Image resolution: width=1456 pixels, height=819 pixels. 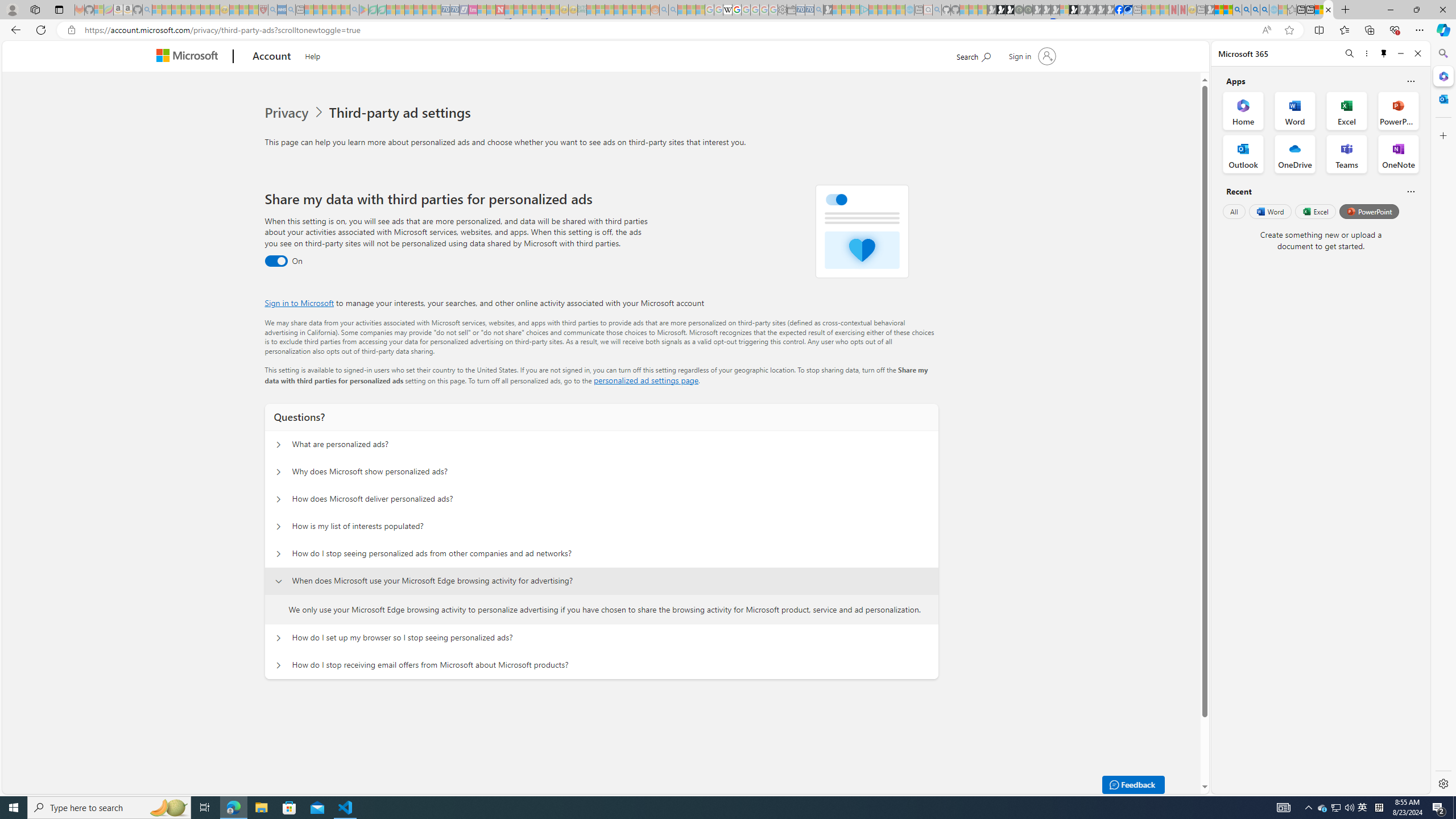 I want to click on 'Bing AI - Search', so click(x=1236, y=9).